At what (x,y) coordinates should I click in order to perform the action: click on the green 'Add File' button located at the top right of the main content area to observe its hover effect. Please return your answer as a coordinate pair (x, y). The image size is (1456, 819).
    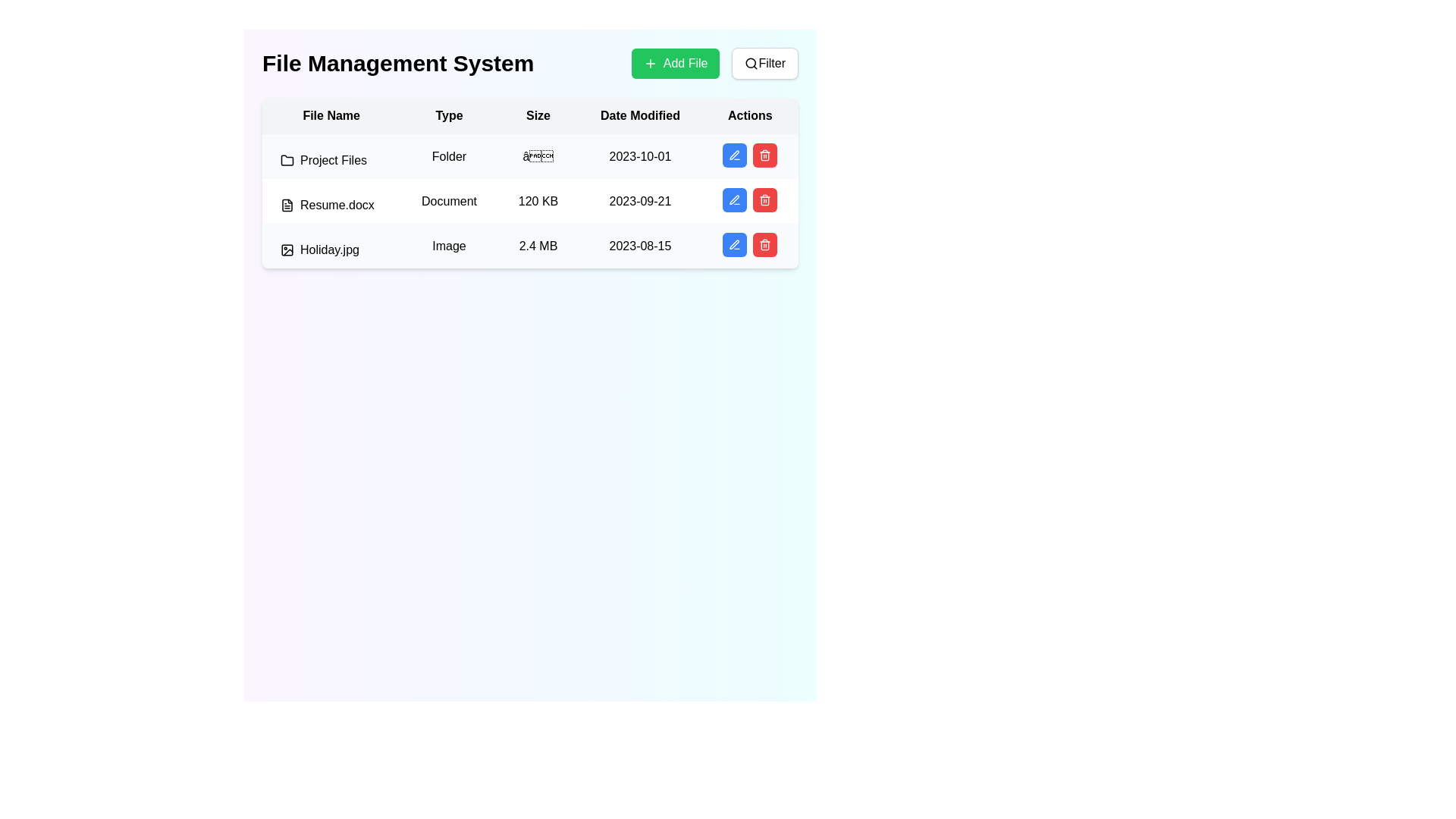
    Looking at the image, I should click on (675, 63).